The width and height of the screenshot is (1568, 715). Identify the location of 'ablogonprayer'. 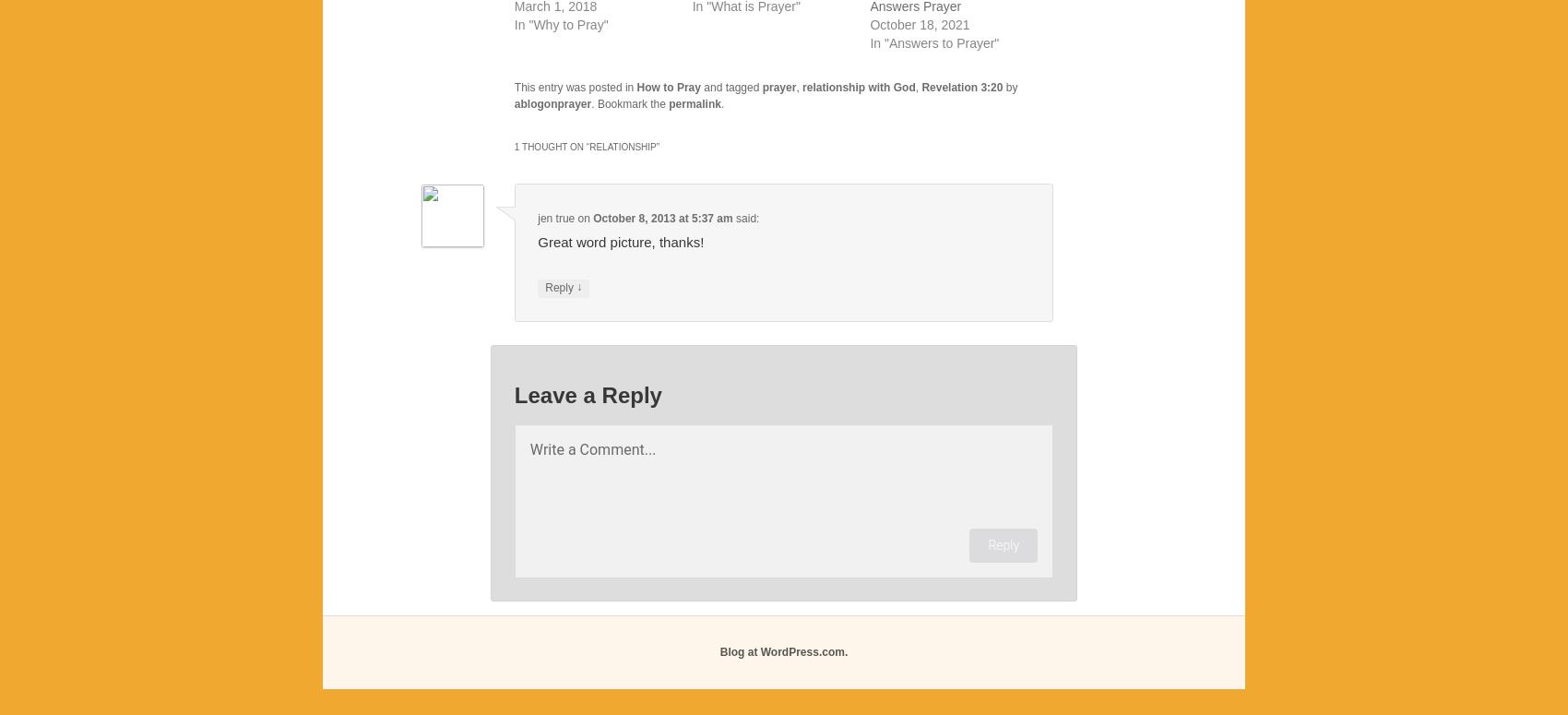
(552, 103).